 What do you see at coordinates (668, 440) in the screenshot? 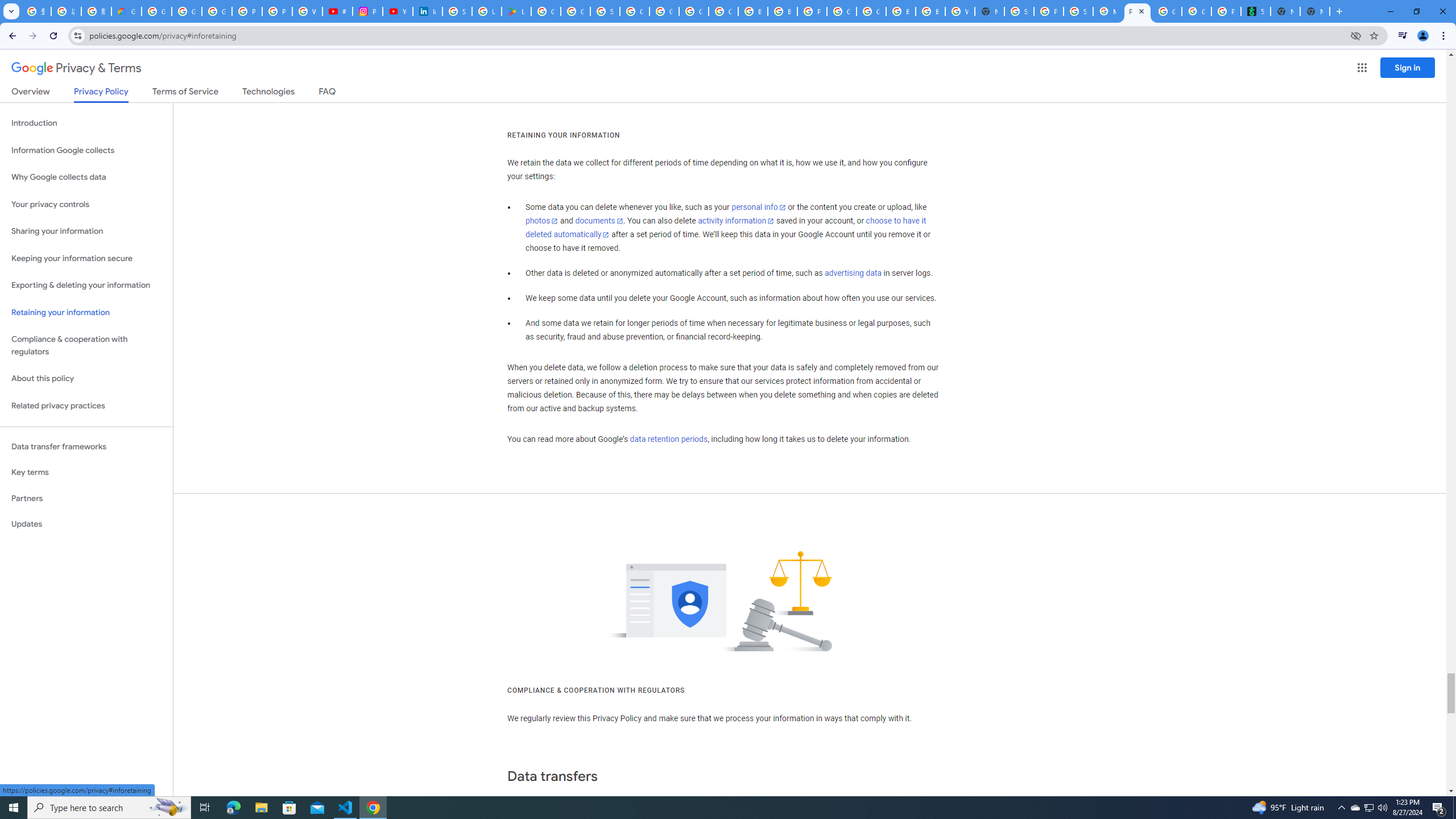
I see `'data retention periods'` at bounding box center [668, 440].